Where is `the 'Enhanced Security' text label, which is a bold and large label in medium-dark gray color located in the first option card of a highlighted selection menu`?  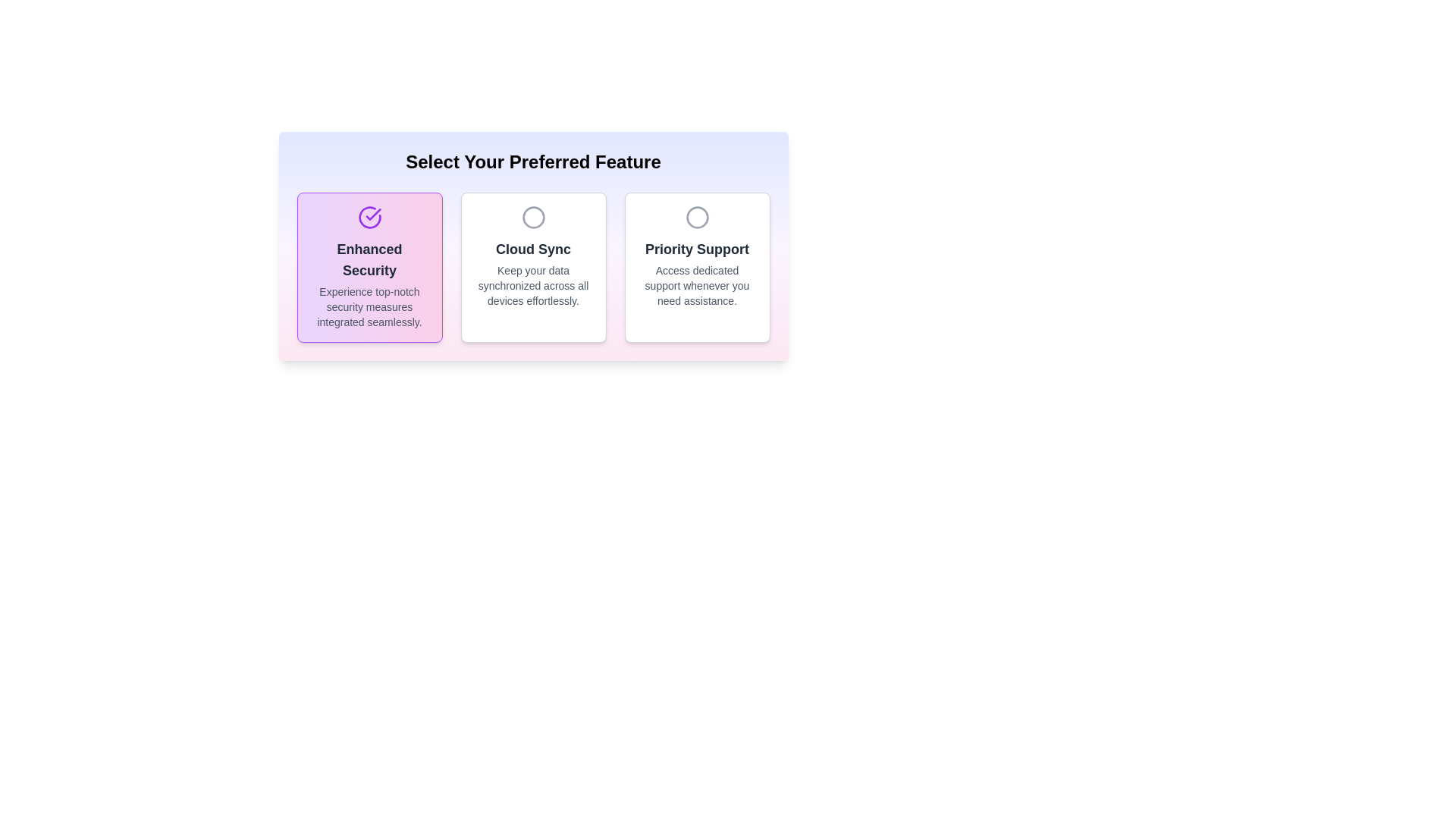
the 'Enhanced Security' text label, which is a bold and large label in medium-dark gray color located in the first option card of a highlighted selection menu is located at coordinates (369, 259).